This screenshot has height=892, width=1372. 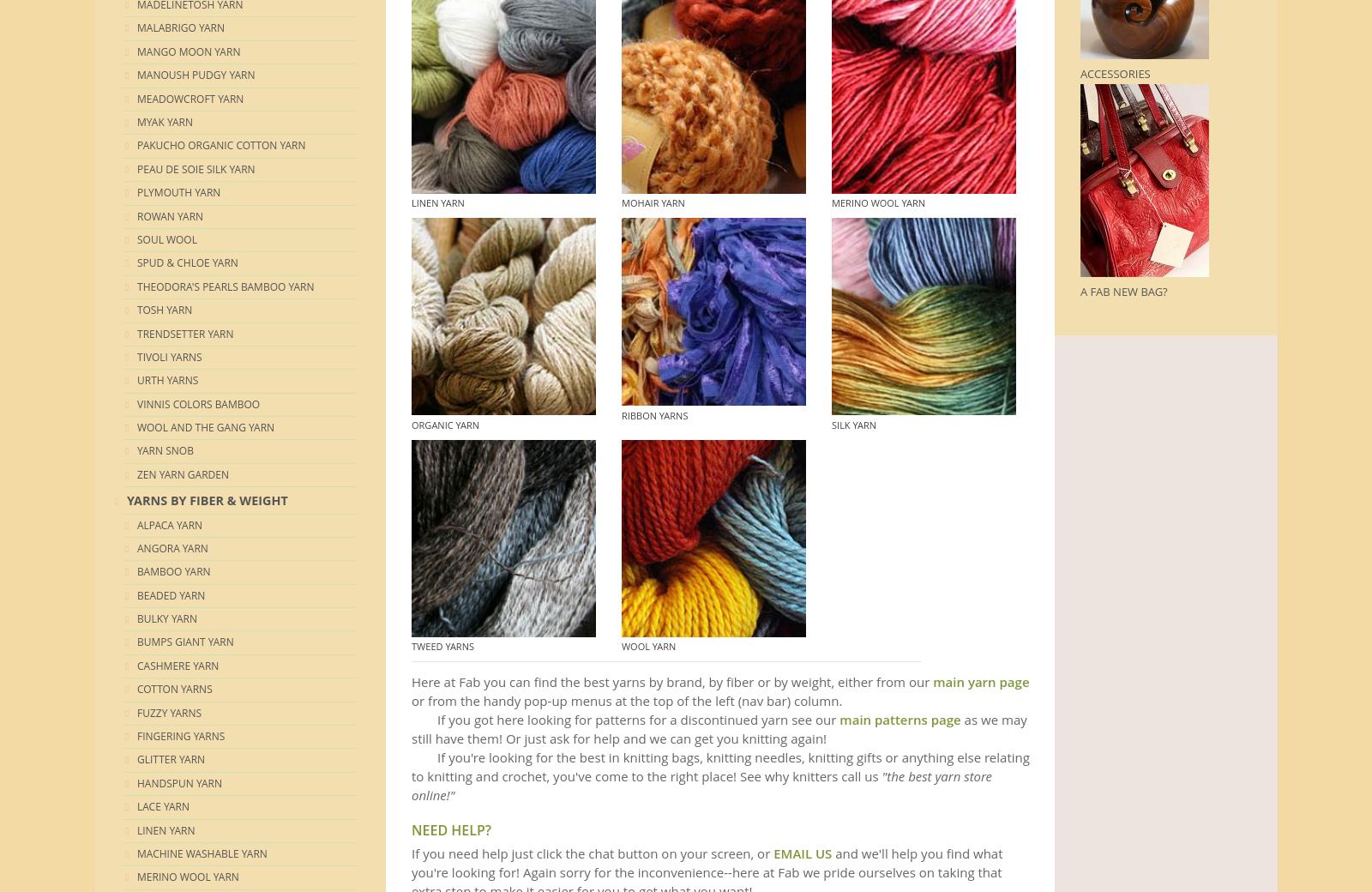 I want to click on 'Mango Moon Yarn', so click(x=189, y=50).